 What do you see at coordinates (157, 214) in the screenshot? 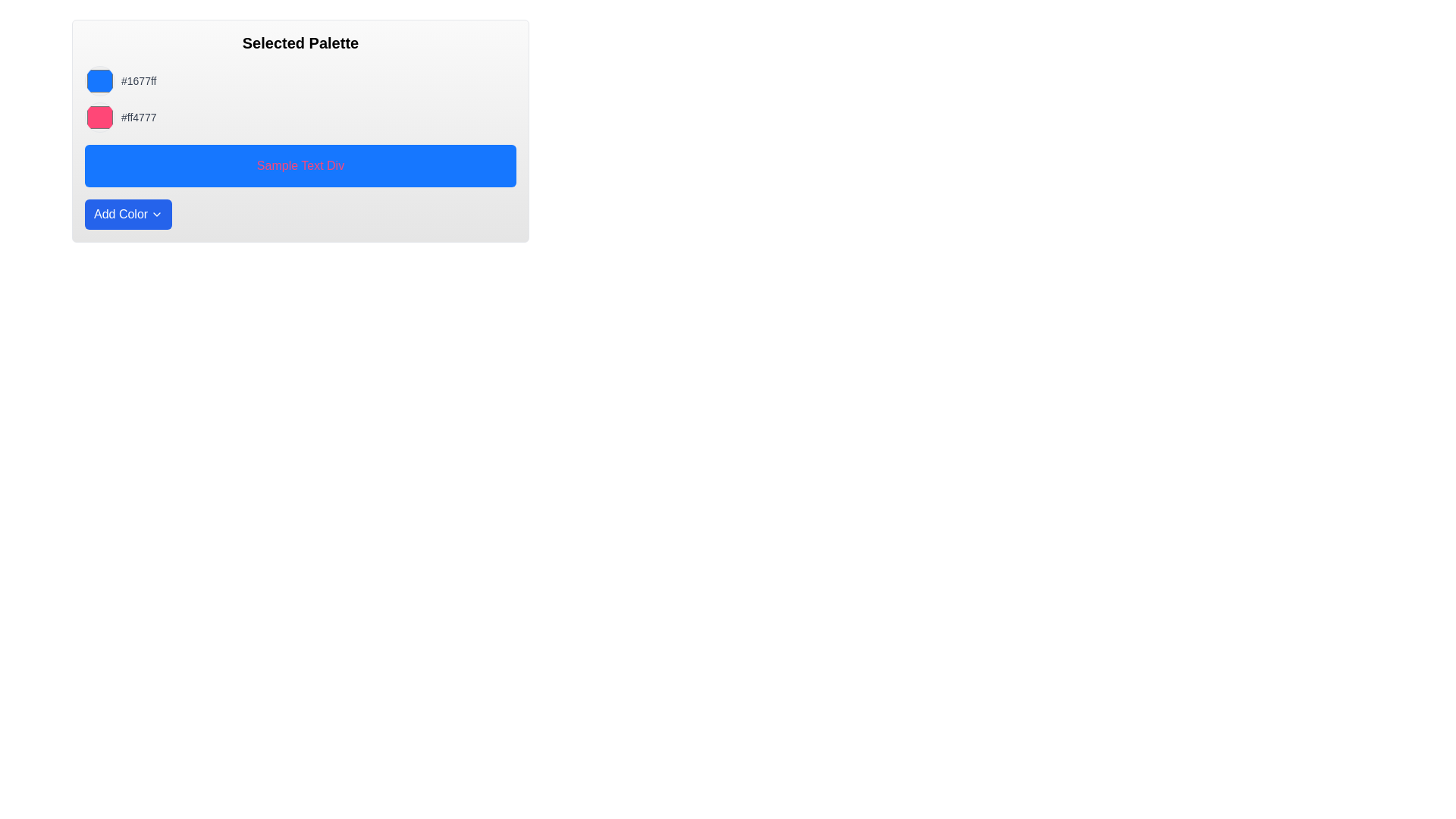
I see `the Dropdown Indicator Icon located on the right-hand side of the 'Add Color' button, which visually indicates the availability of a dropdown menu` at bounding box center [157, 214].